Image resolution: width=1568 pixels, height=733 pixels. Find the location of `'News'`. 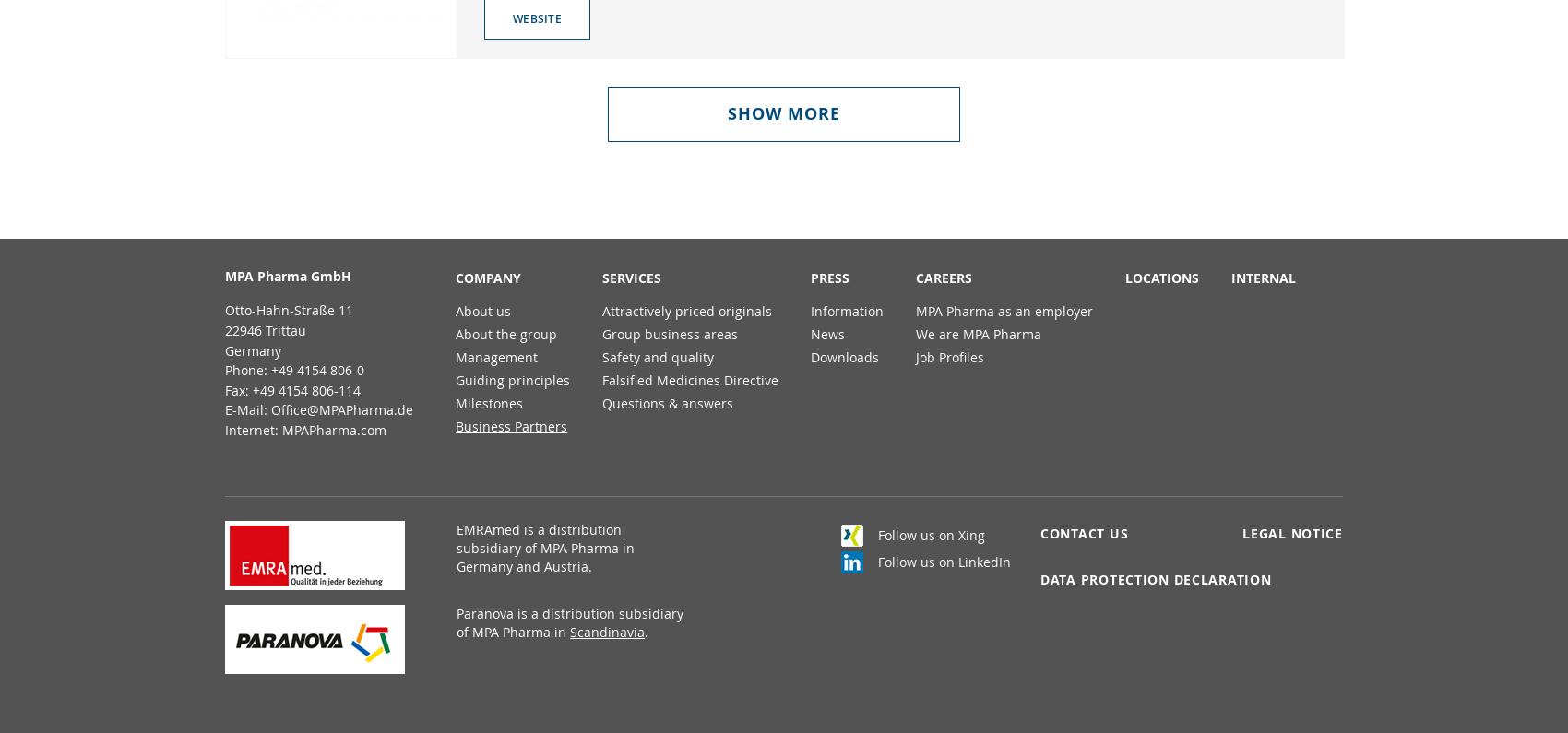

'News' is located at coordinates (827, 333).